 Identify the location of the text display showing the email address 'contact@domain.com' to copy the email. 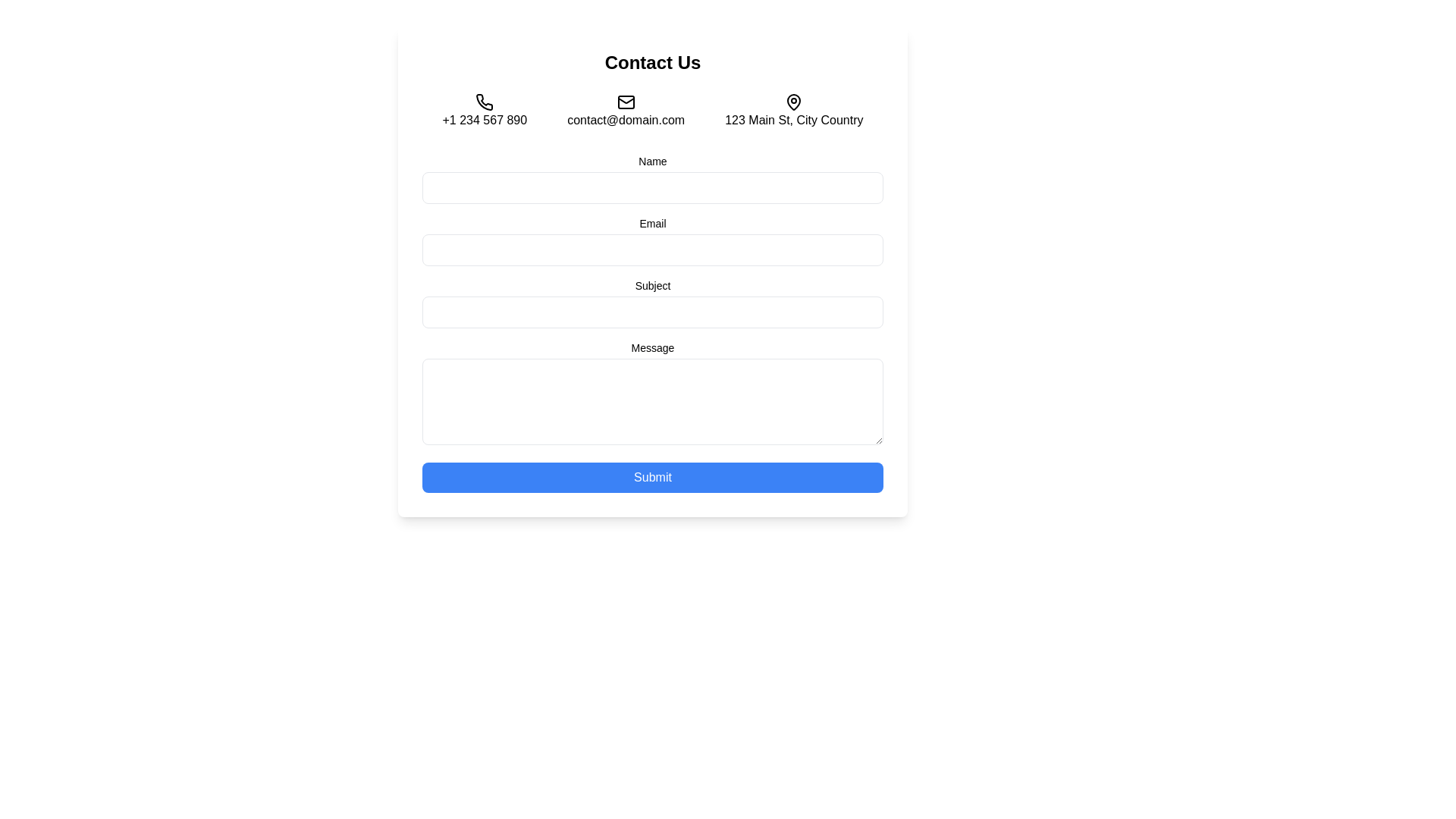
(626, 119).